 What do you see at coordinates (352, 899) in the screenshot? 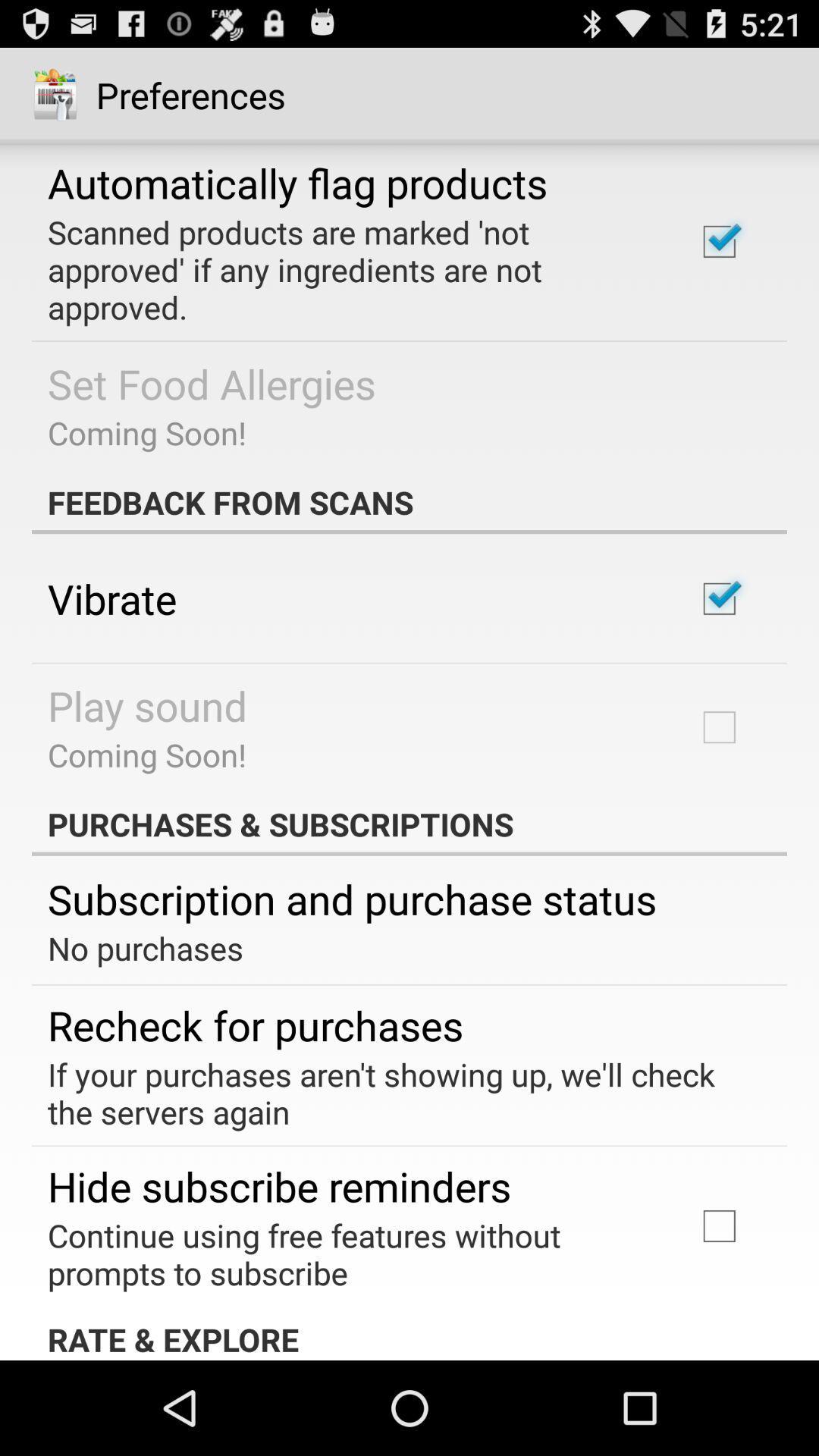
I see `item below the purchases & subscriptions` at bounding box center [352, 899].